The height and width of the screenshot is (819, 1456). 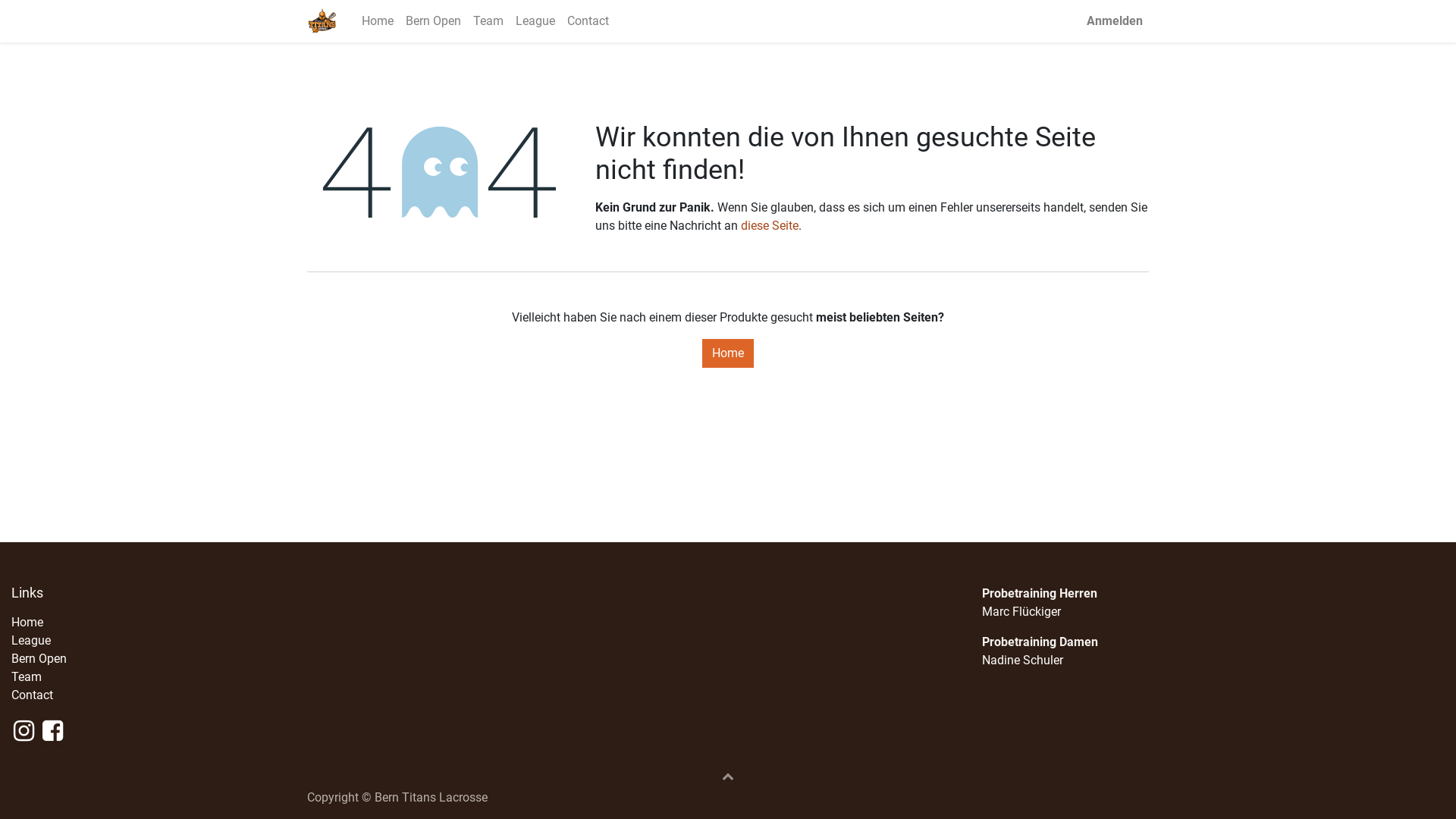 What do you see at coordinates (1080, 20) in the screenshot?
I see `'Anmelden'` at bounding box center [1080, 20].